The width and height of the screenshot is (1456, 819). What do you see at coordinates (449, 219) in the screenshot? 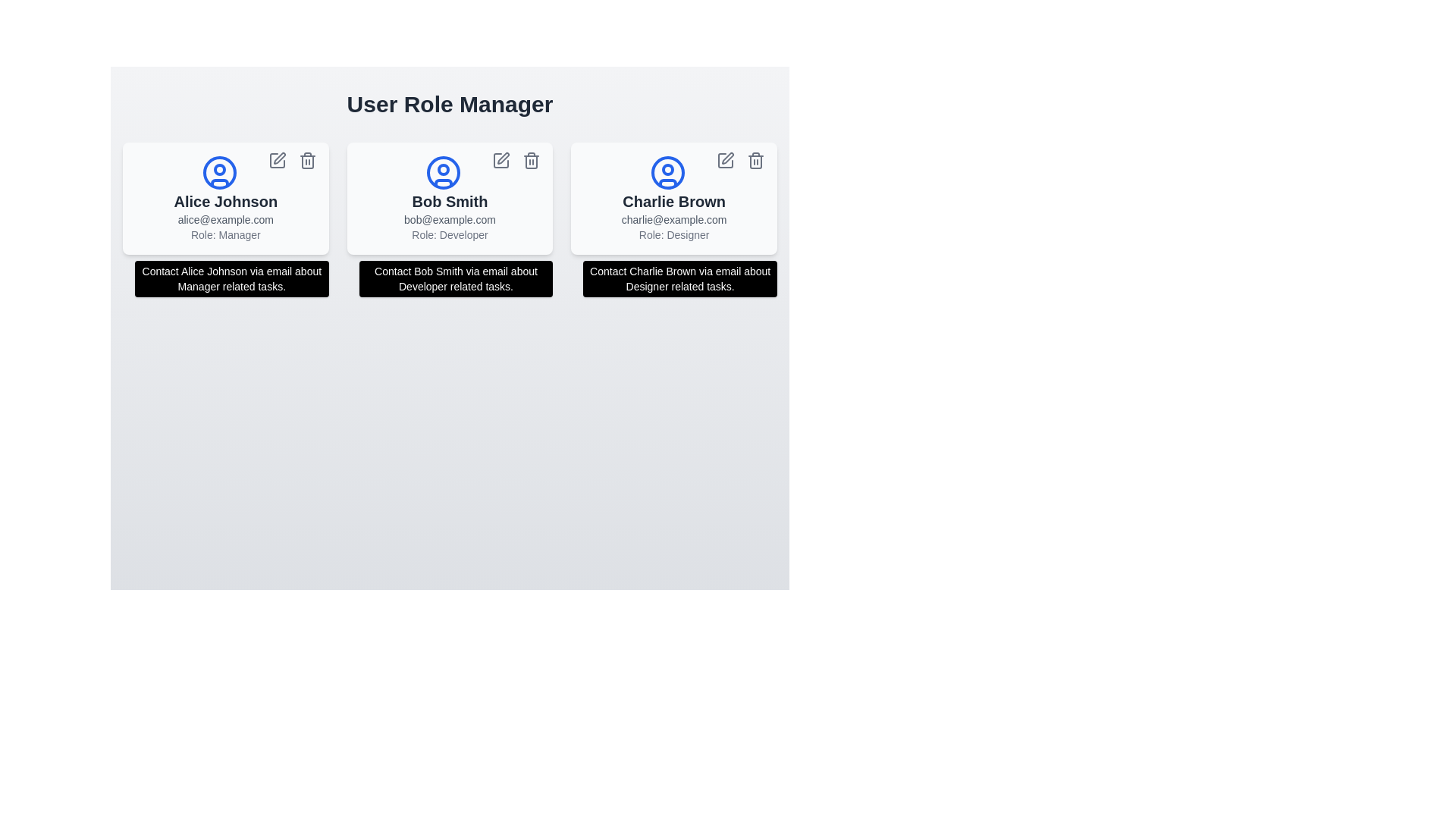
I see `the static text displaying the email address of the user, positioned in the center card below 'Bob Smith' and above 'Role: Developer'` at bounding box center [449, 219].